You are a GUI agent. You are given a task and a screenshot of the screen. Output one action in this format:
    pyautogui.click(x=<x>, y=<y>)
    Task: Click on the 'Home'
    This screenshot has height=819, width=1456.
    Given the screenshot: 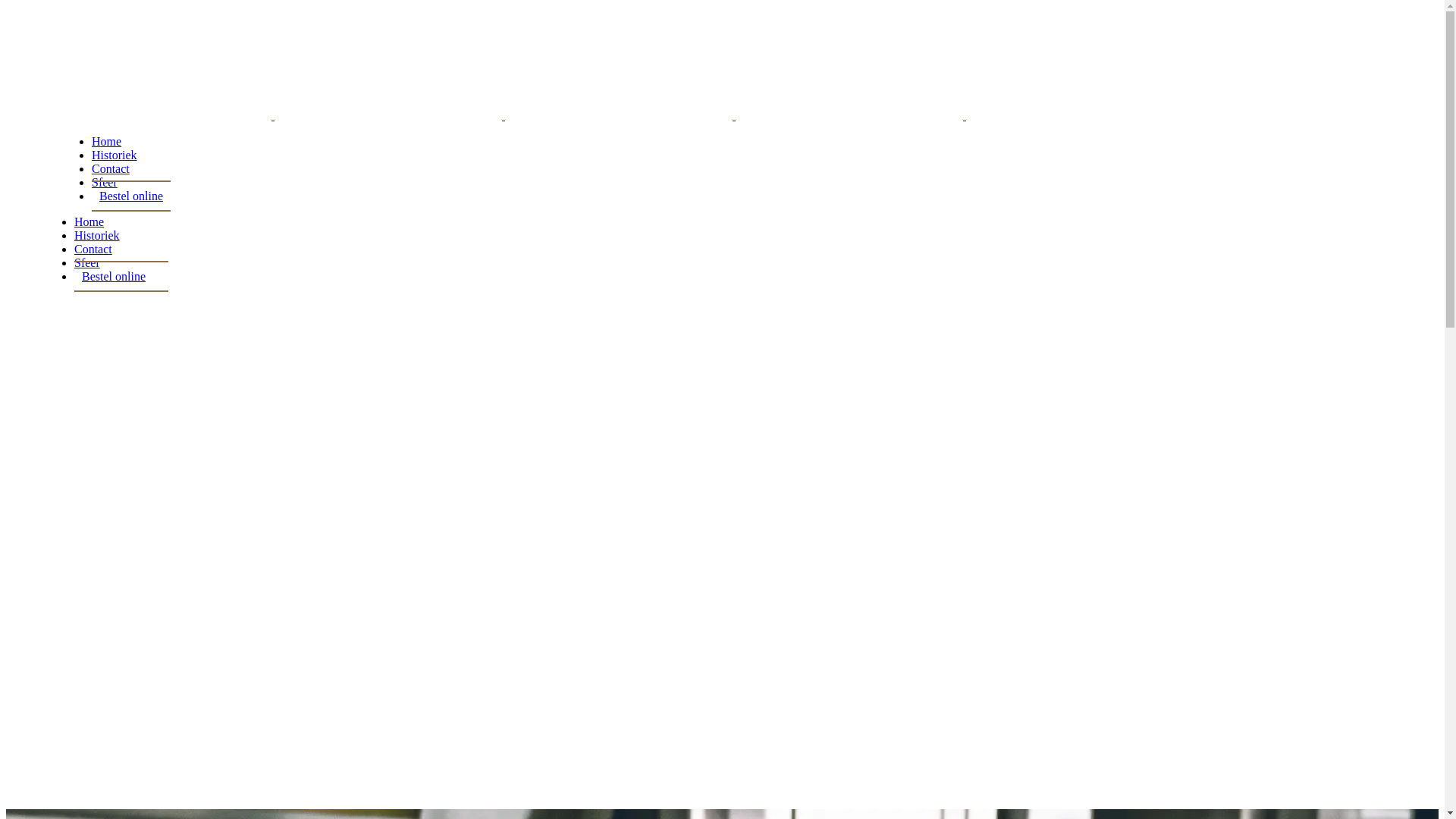 What is the action you would take?
    pyautogui.click(x=88, y=221)
    